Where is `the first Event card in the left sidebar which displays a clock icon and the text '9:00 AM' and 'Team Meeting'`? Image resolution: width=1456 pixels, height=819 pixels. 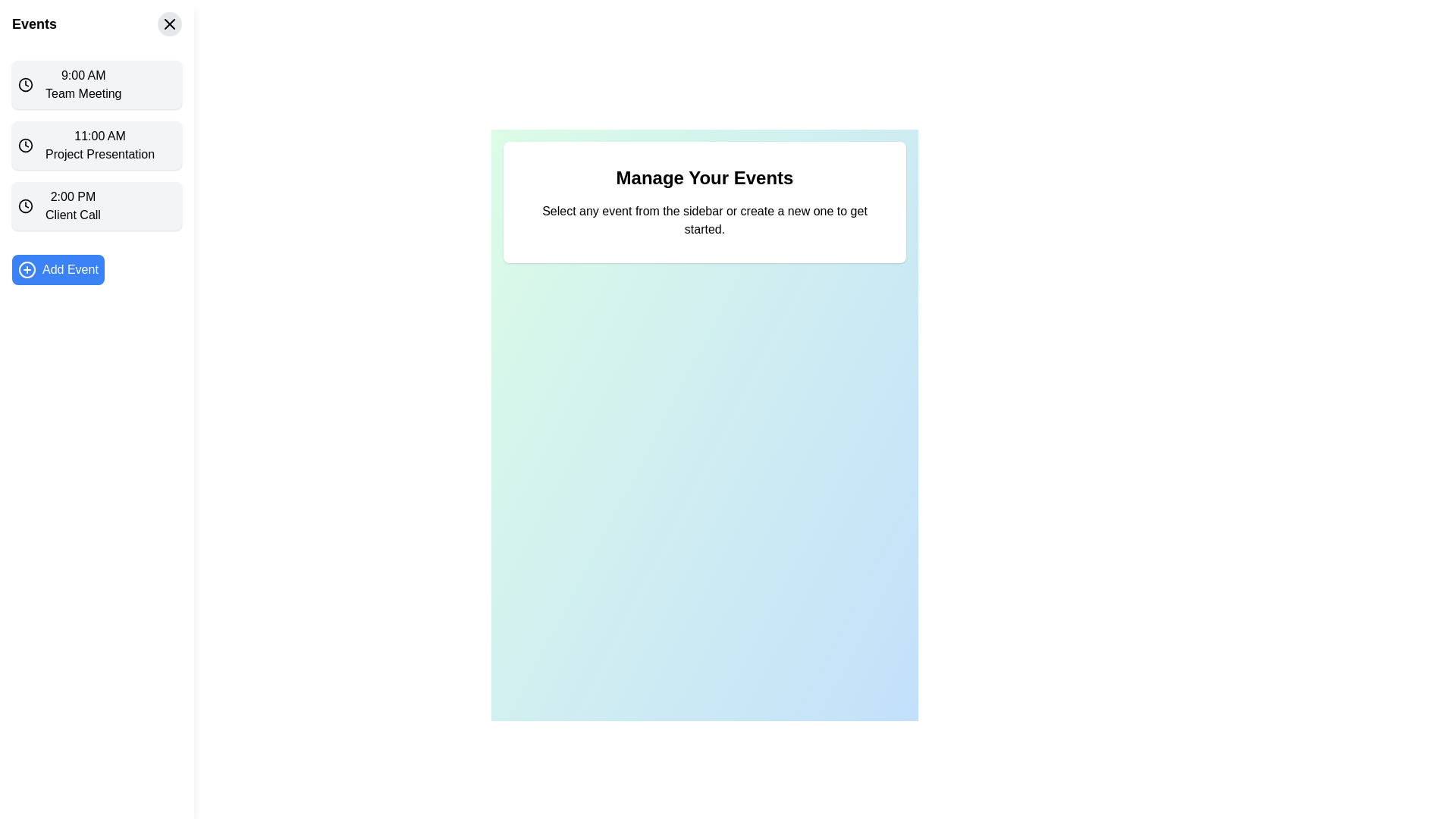 the first Event card in the left sidebar which displays a clock icon and the text '9:00 AM' and 'Team Meeting' is located at coordinates (96, 84).